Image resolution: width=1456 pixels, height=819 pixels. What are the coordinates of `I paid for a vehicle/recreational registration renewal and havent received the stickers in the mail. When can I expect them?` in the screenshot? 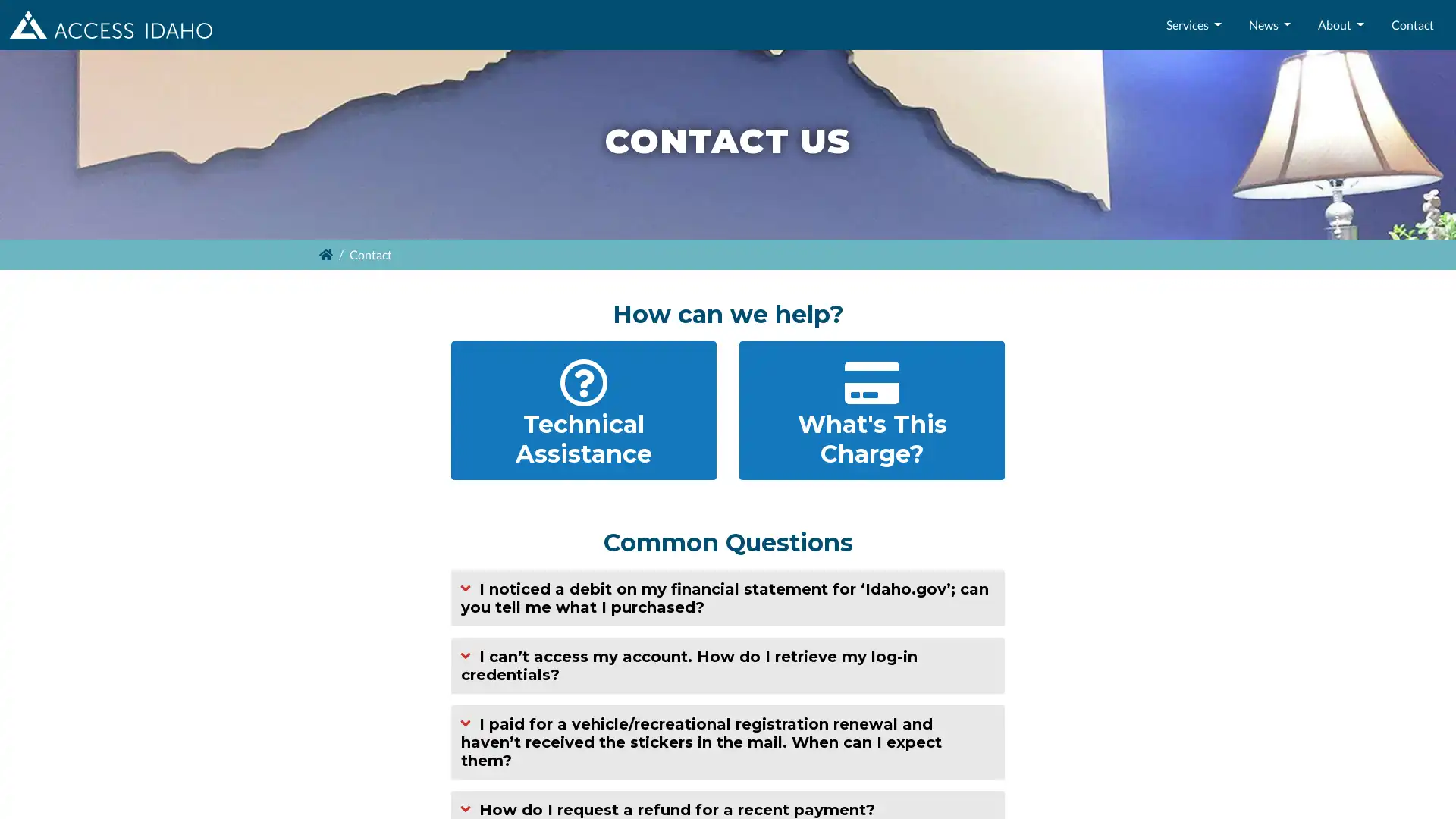 It's located at (728, 741).